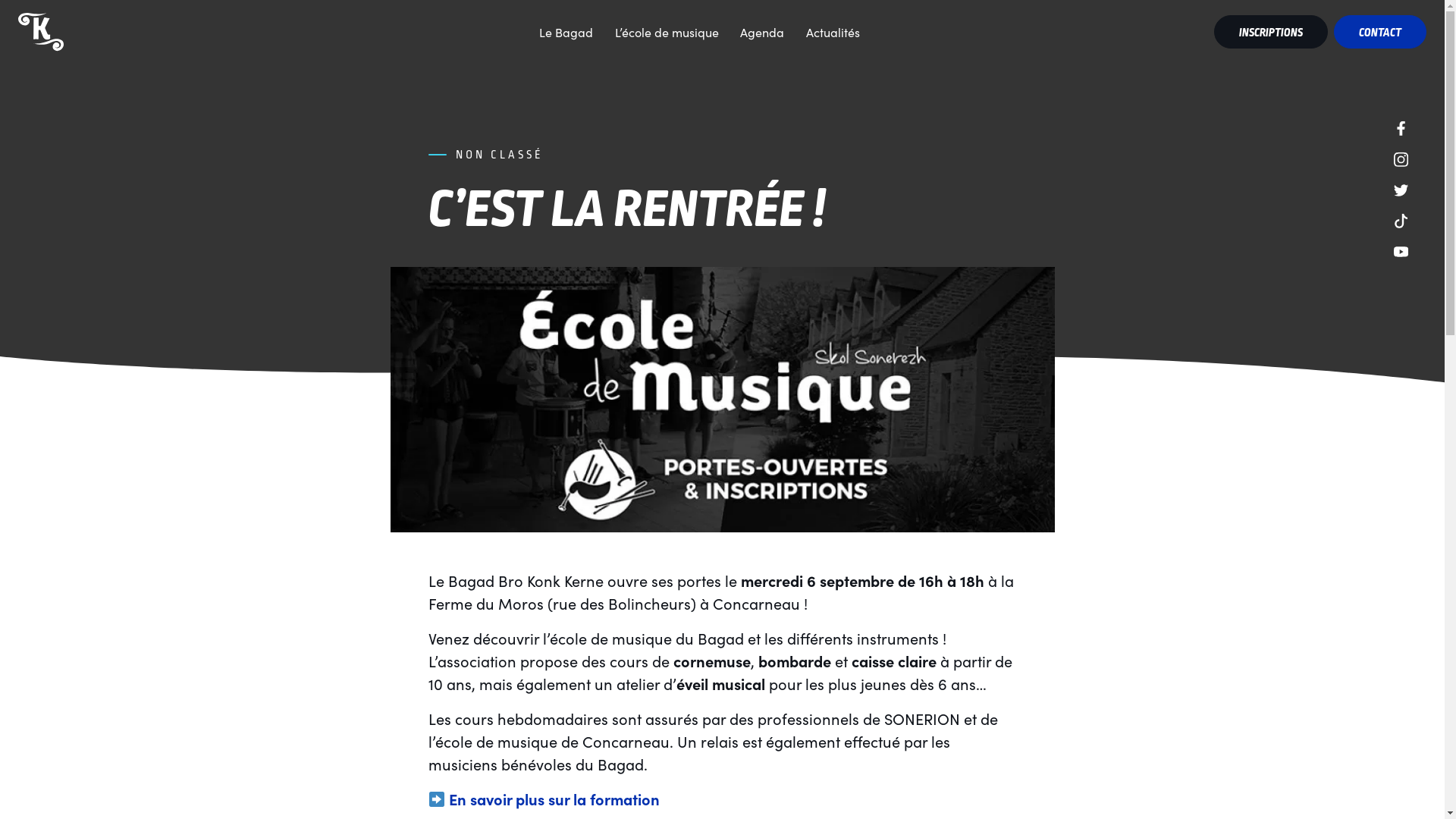 The height and width of the screenshot is (819, 1456). Describe the element at coordinates (1270, 32) in the screenshot. I see `'INSCRIPTIONS'` at that location.